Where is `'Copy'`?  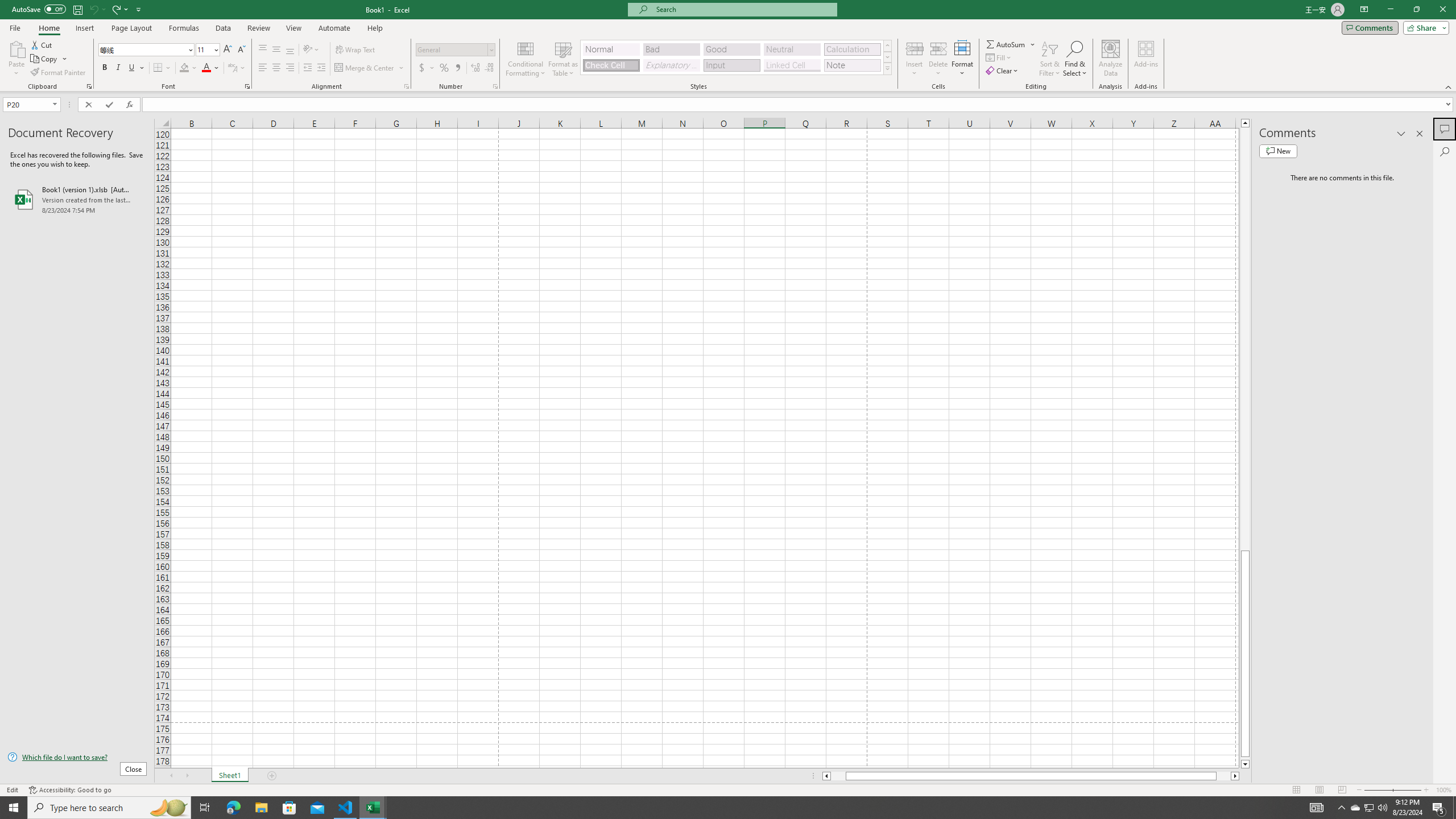 'Copy' is located at coordinates (49, 59).